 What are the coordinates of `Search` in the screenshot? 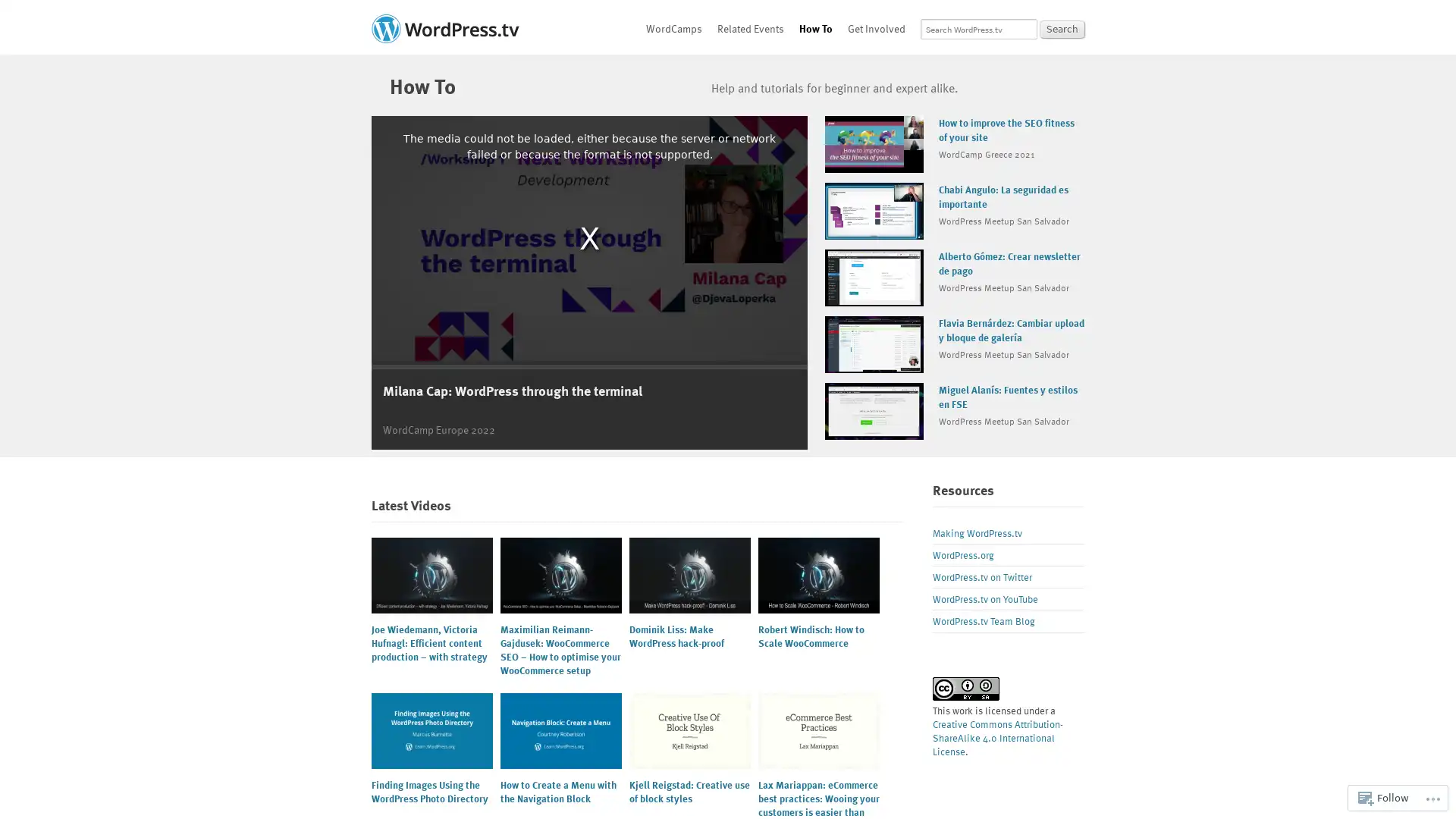 It's located at (1062, 29).